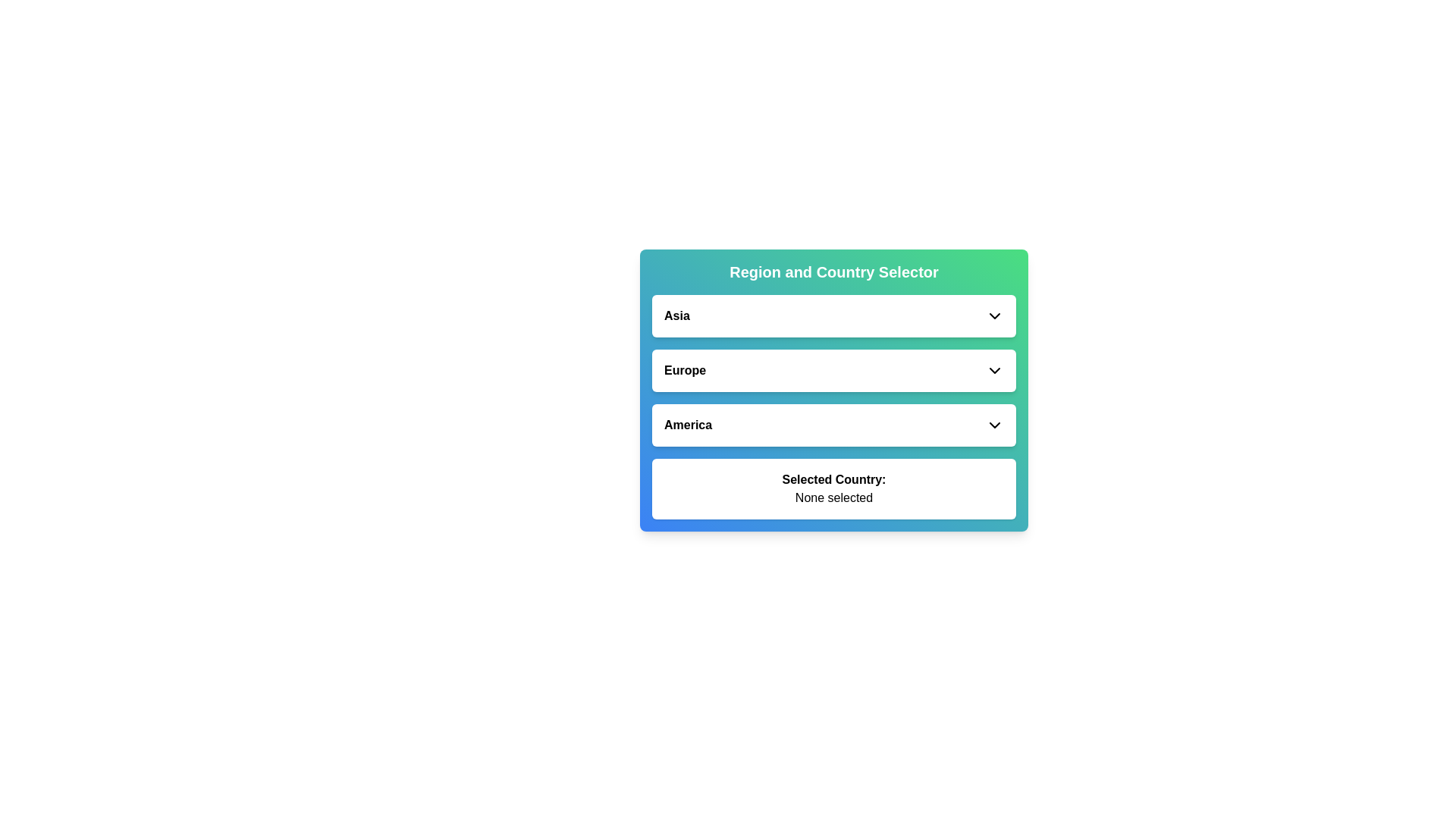 The width and height of the screenshot is (1456, 819). I want to click on the text label representing a selectable option within the dropdown menu for choosing a region, located centrally in the 'Region and Country Selector' interface, so click(684, 371).